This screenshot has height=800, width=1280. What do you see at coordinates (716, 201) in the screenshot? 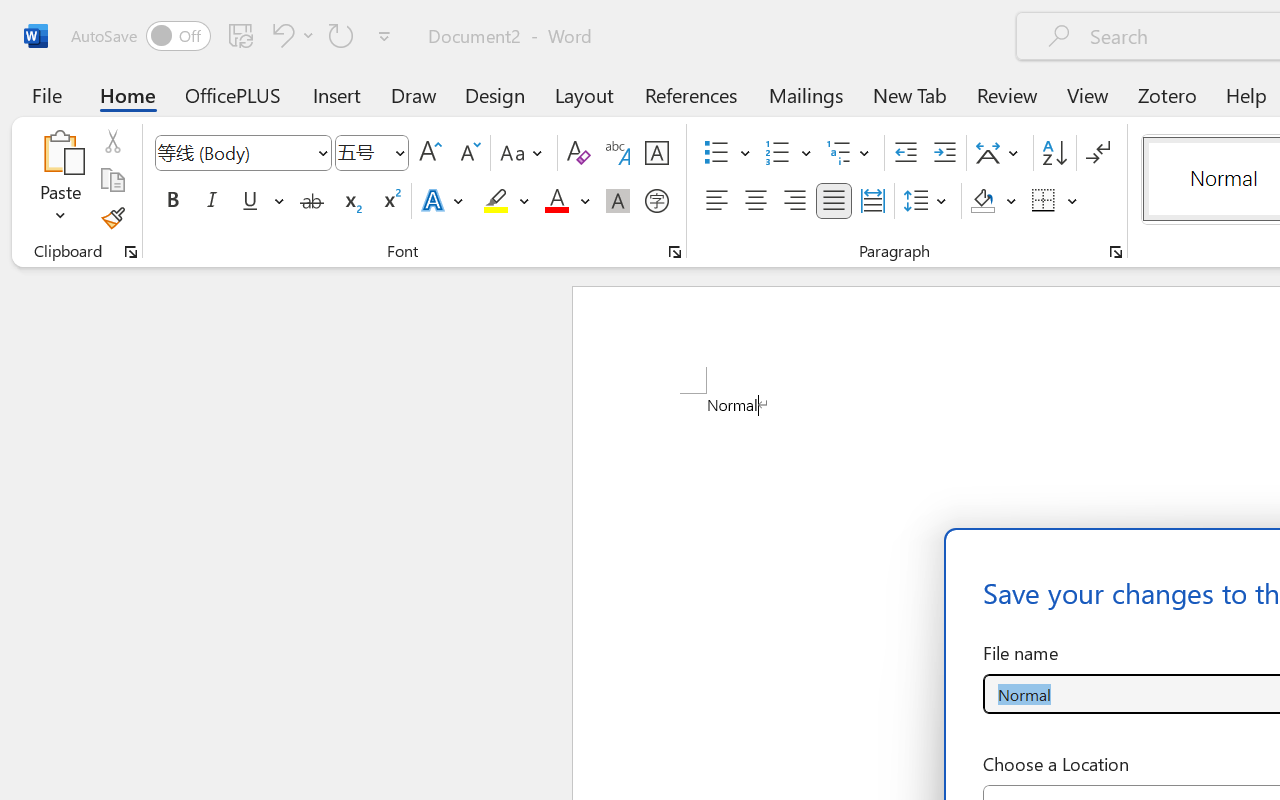
I see `'Align Left'` at bounding box center [716, 201].